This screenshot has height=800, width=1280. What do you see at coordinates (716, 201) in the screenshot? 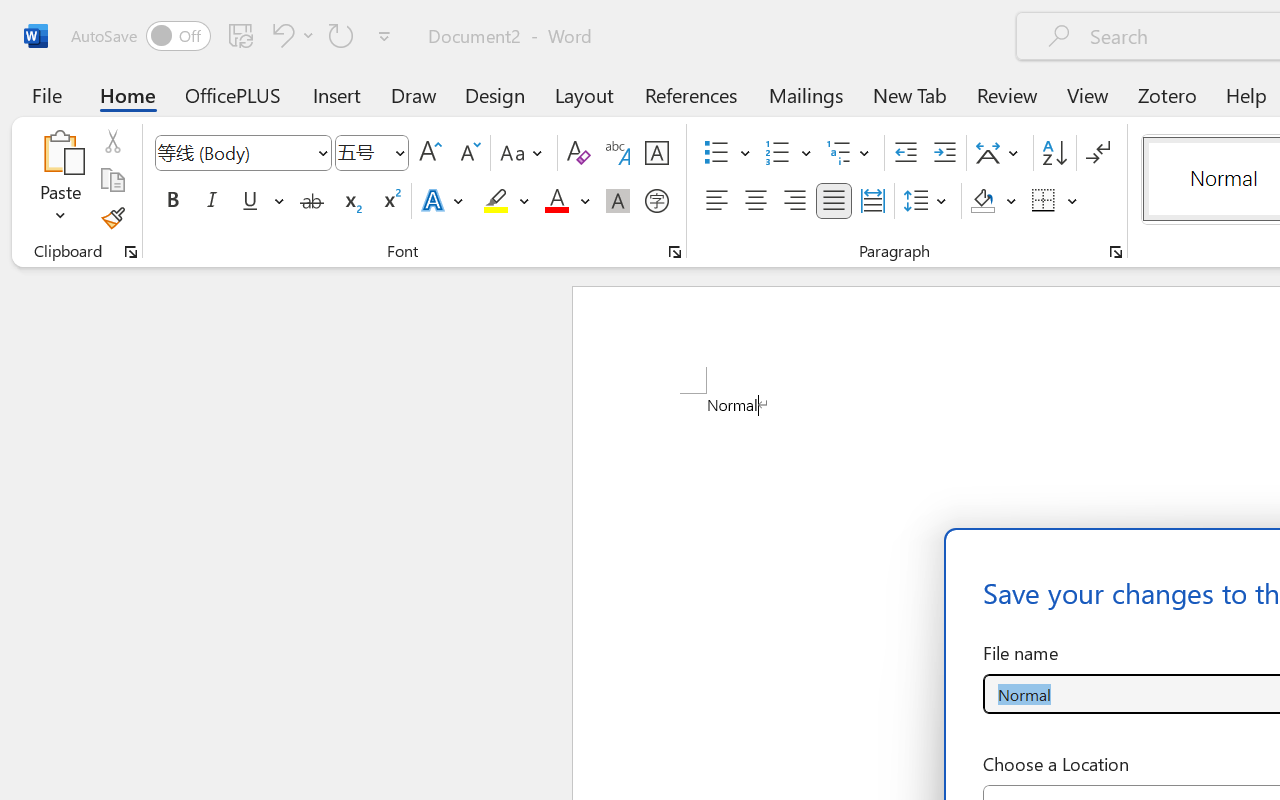
I see `'Align Left'` at bounding box center [716, 201].